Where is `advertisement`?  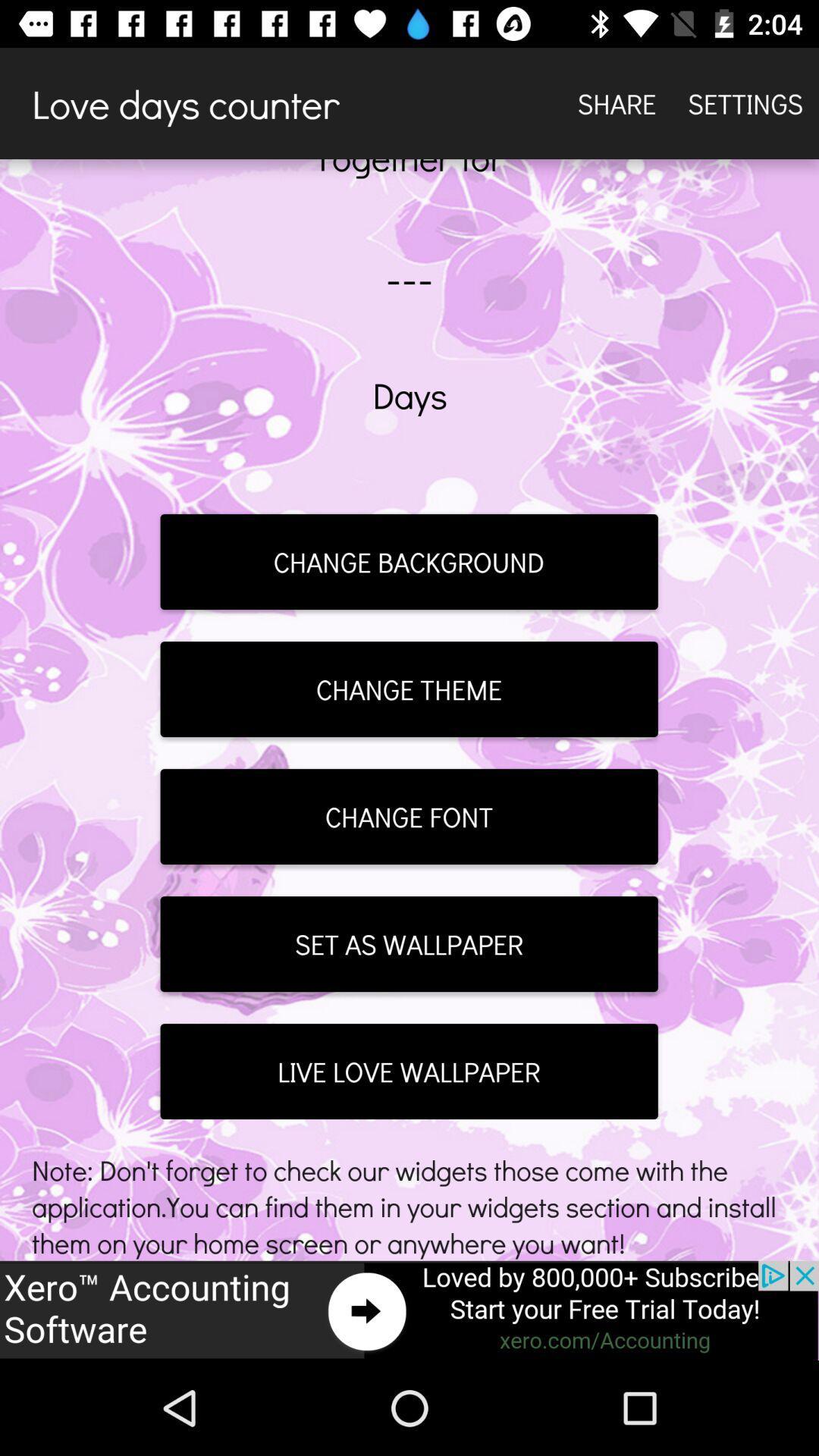
advertisement is located at coordinates (409, 1310).